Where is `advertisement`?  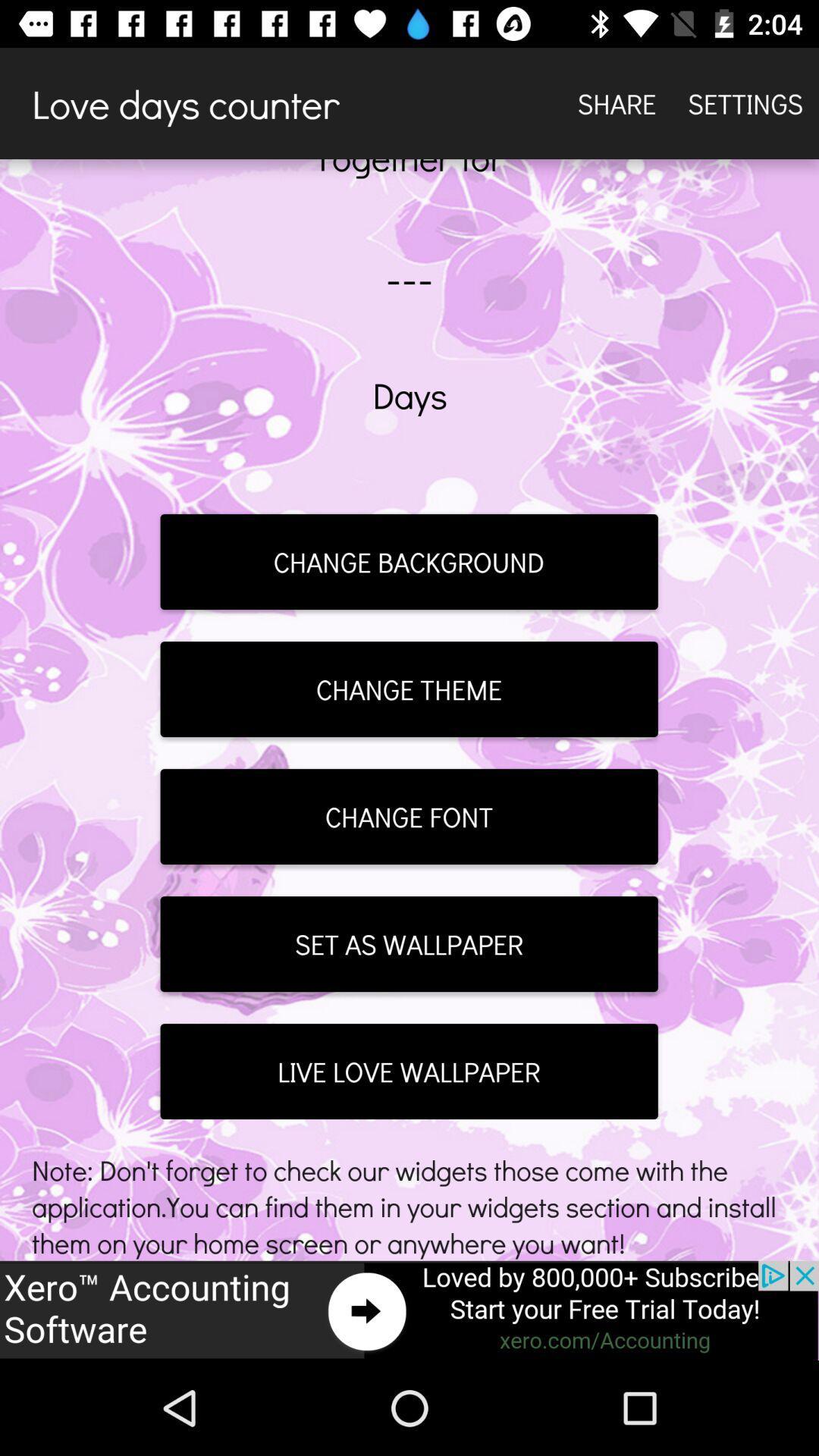
advertisement is located at coordinates (409, 1310).